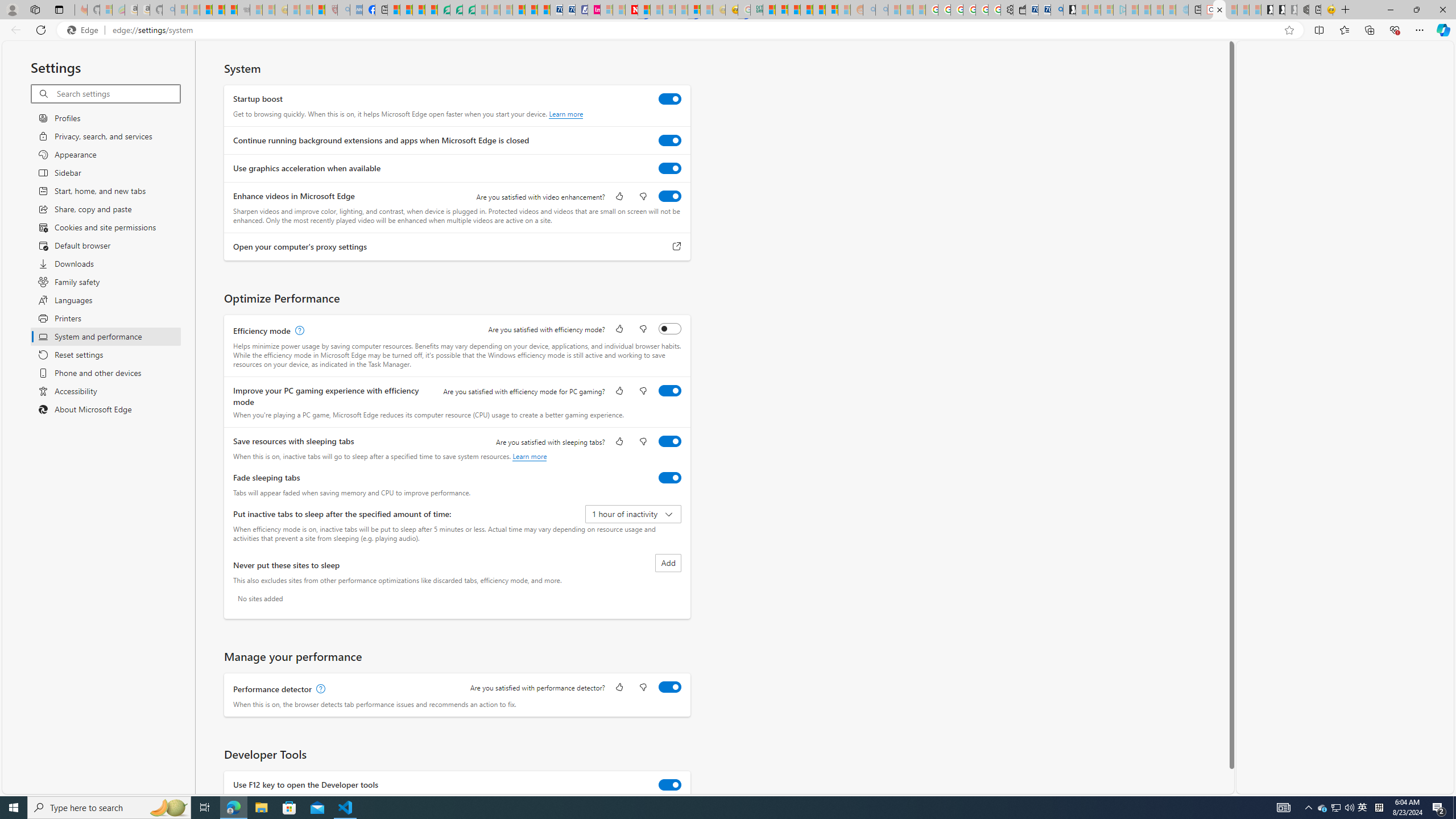  I want to click on 'Microsoft Word - consumer-privacy address update 2.2021', so click(468, 9).